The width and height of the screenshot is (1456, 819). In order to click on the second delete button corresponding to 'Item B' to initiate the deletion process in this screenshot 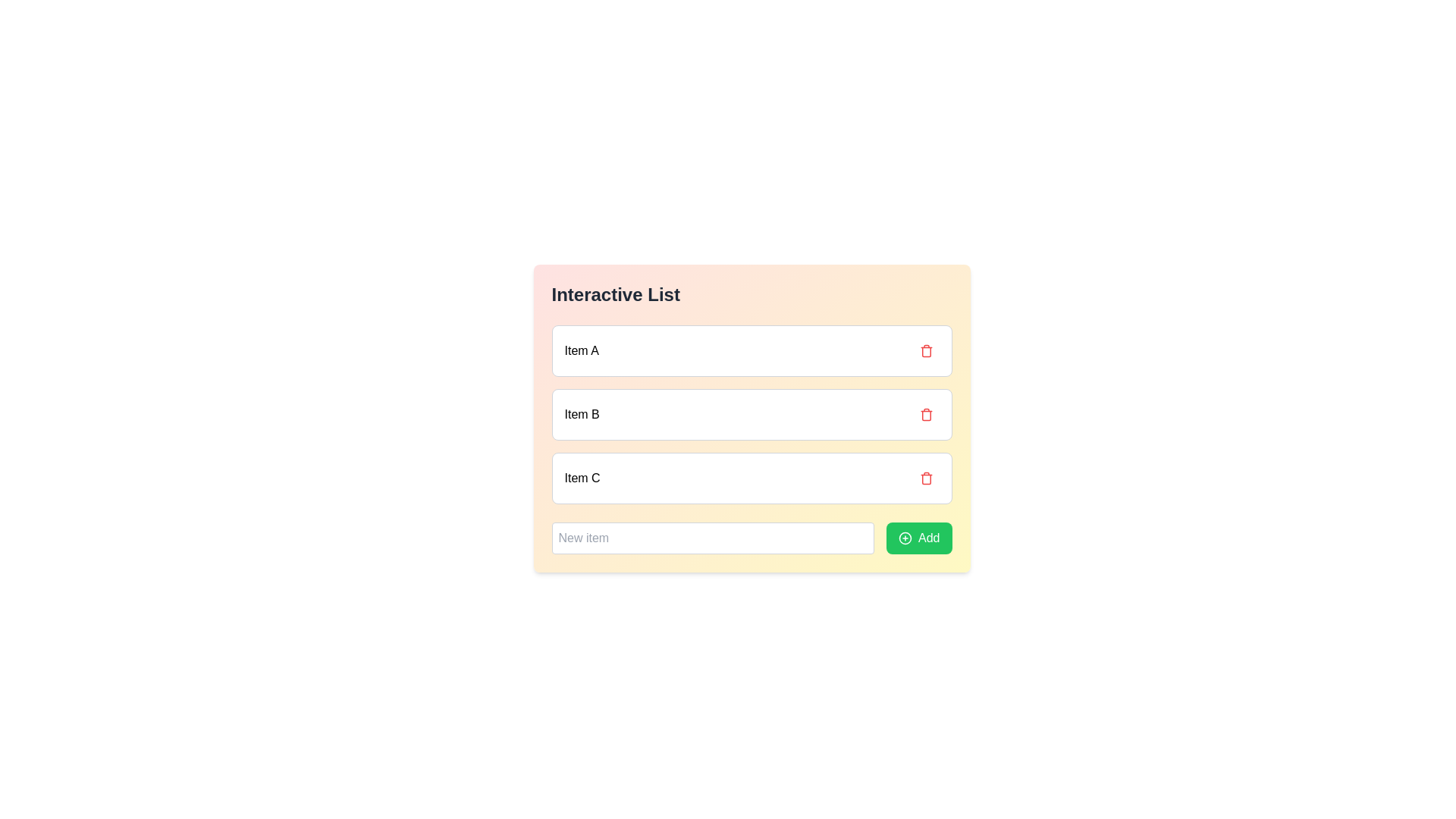, I will do `click(925, 415)`.